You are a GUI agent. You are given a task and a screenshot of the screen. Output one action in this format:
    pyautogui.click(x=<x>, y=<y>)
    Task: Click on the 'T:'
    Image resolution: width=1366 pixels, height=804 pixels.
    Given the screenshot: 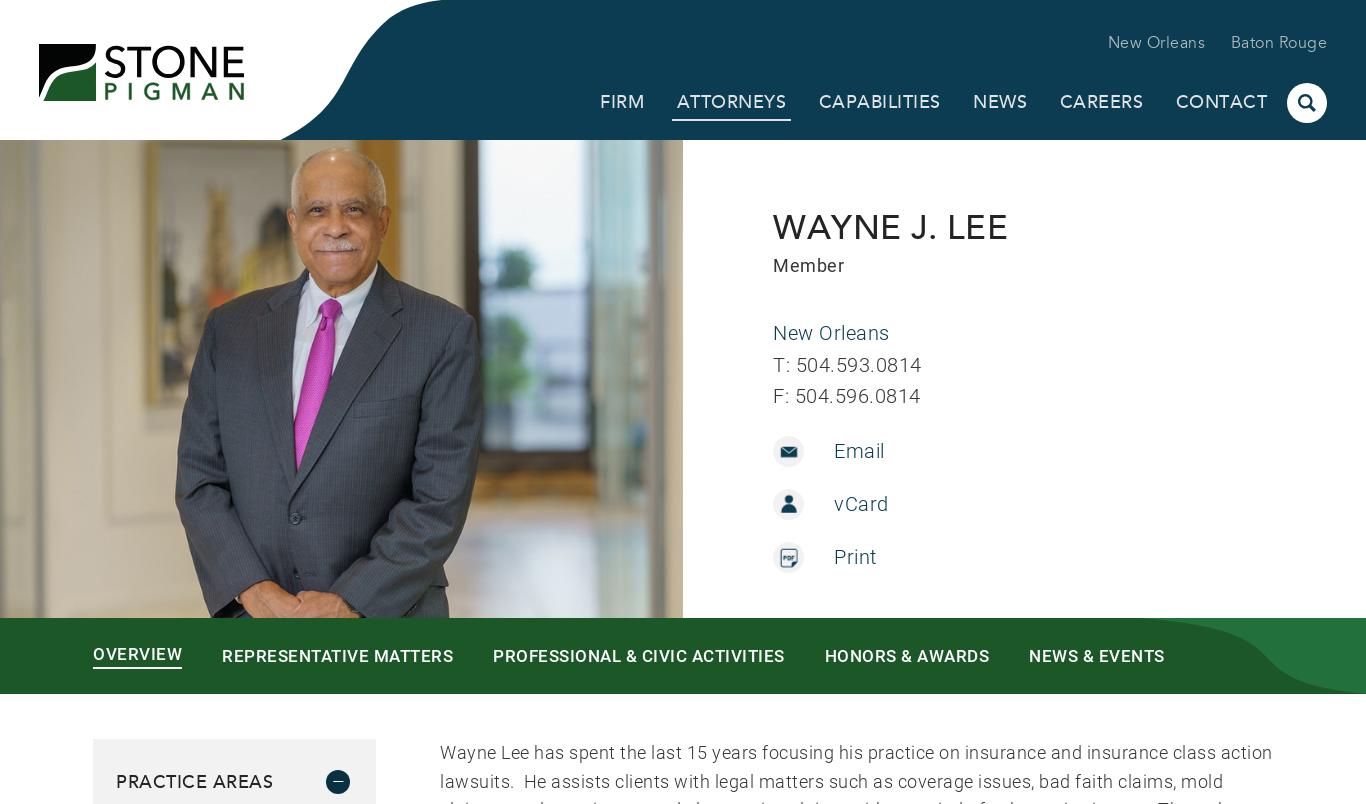 What is the action you would take?
    pyautogui.click(x=773, y=362)
    